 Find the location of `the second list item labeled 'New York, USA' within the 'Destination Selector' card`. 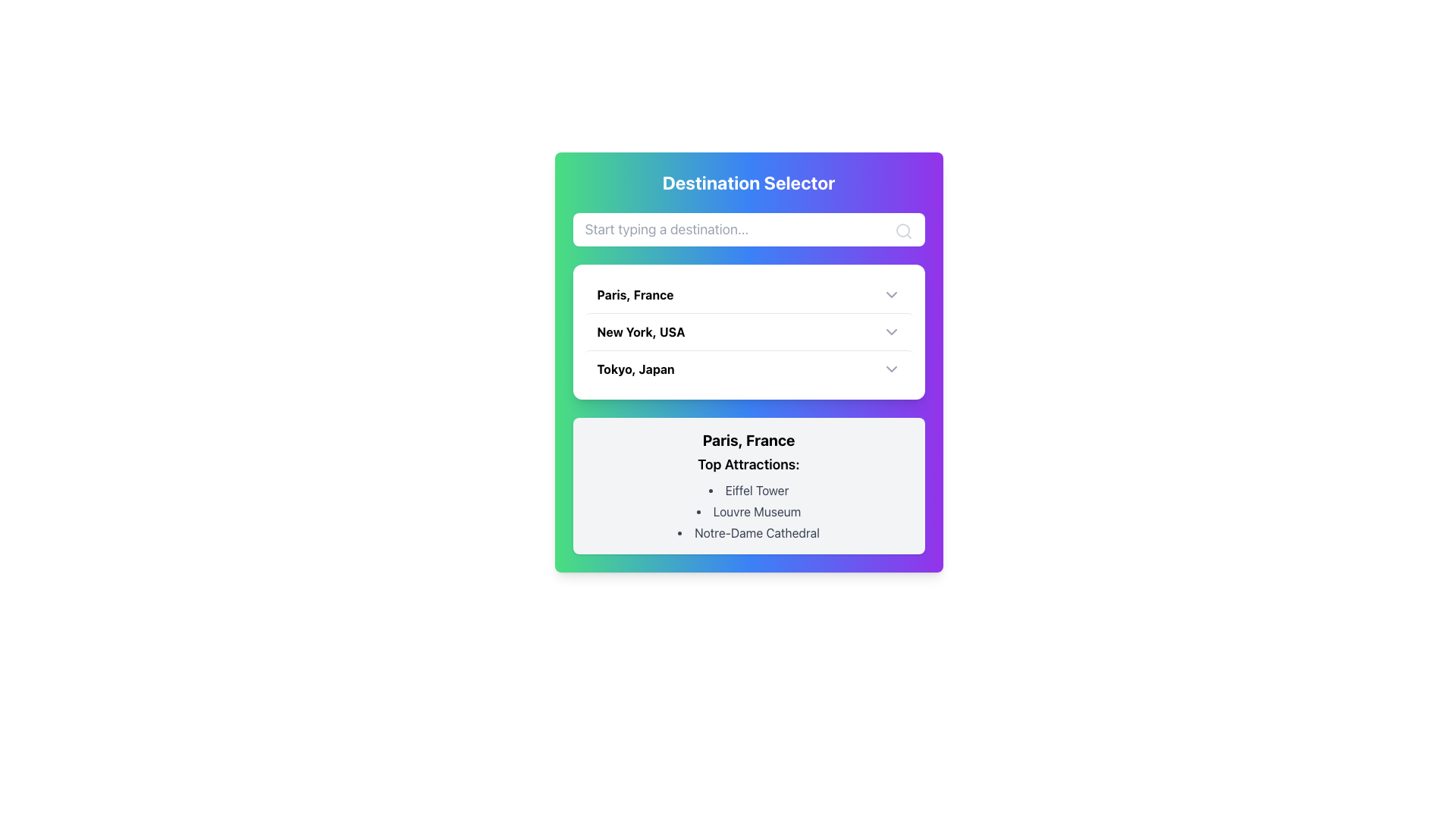

the second list item labeled 'New York, USA' within the 'Destination Selector' card is located at coordinates (748, 331).